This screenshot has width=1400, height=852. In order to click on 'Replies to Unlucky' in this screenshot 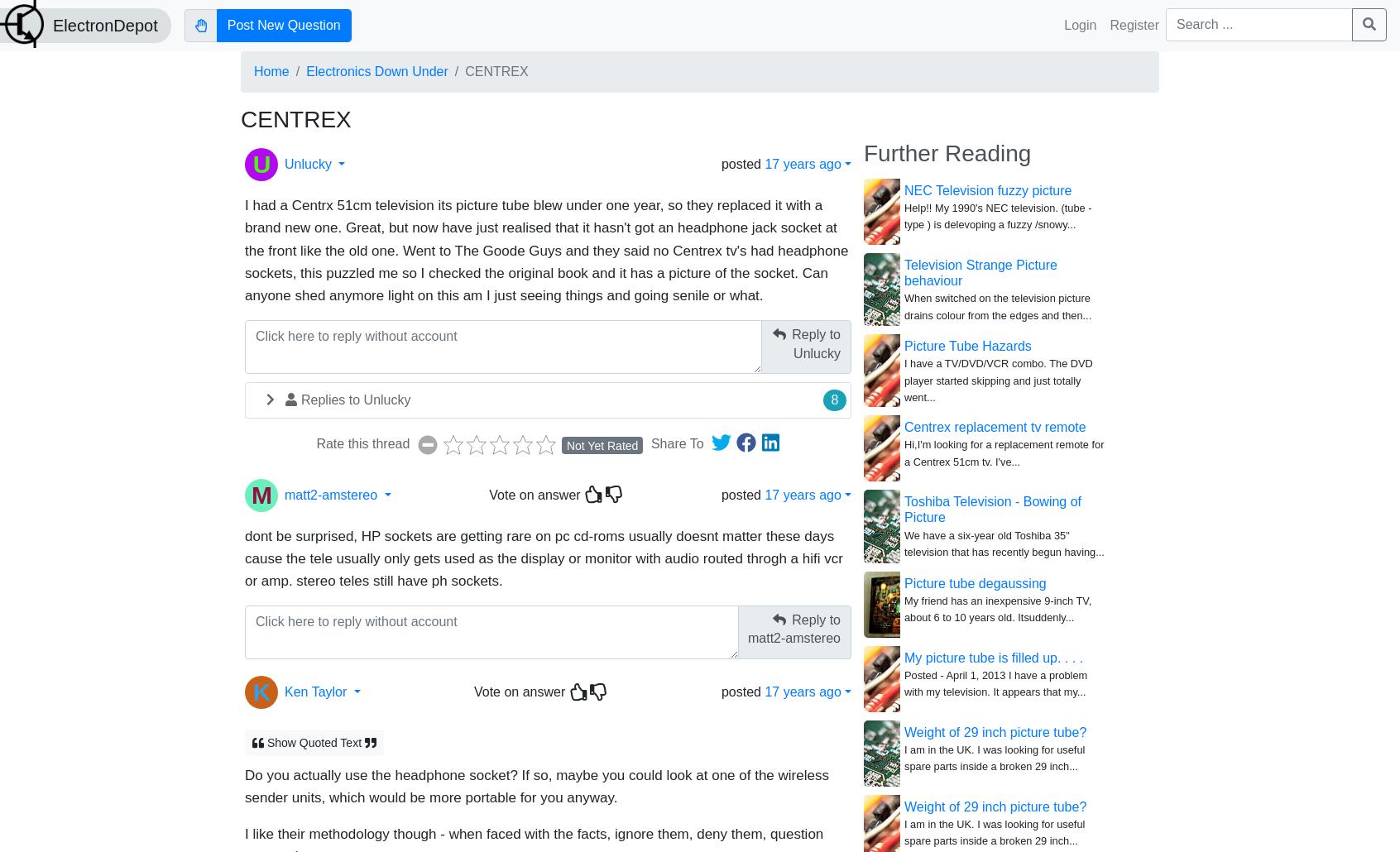, I will do `click(300, 399)`.